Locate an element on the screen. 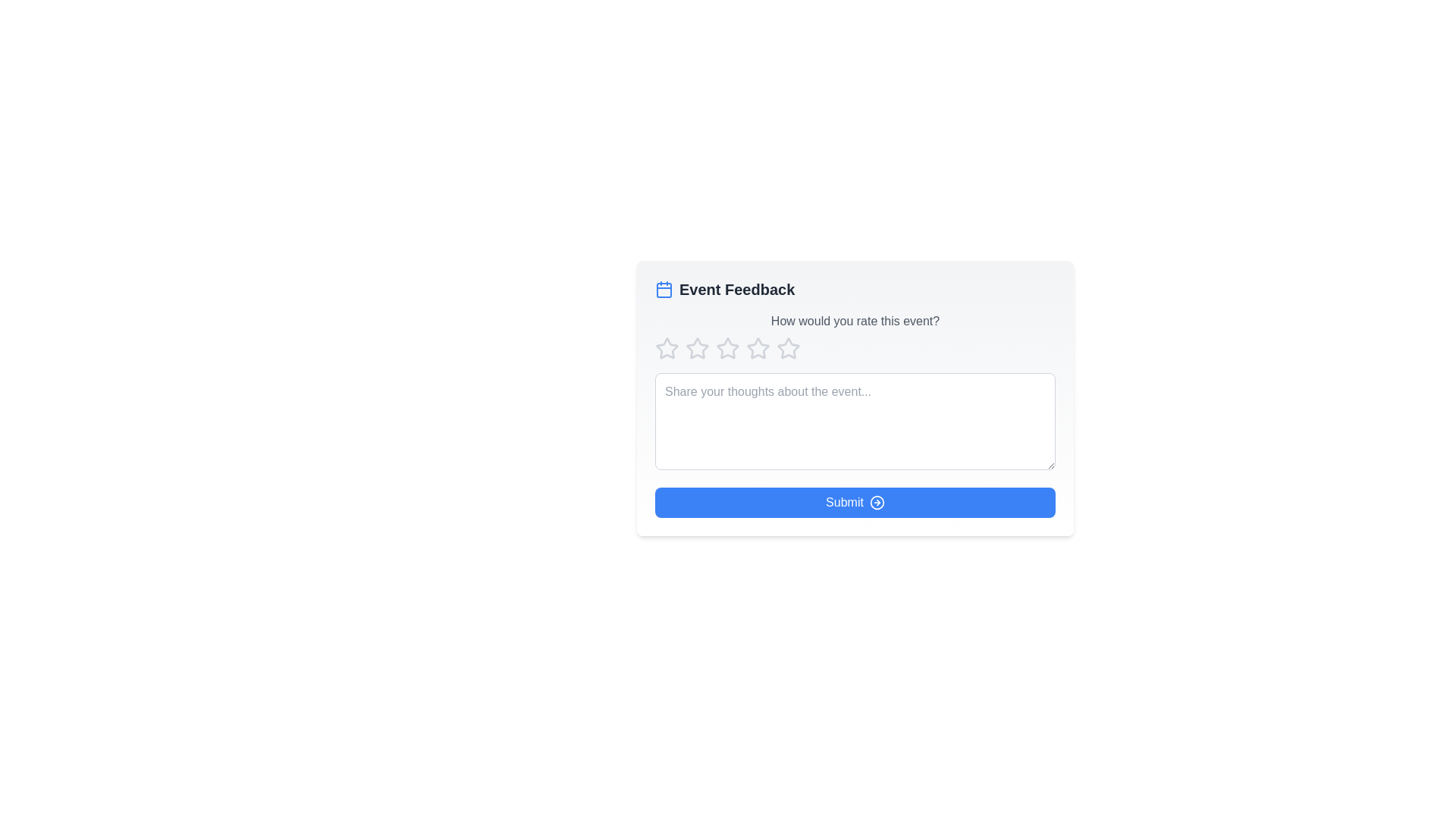  the second star icon in the rating section of the 'Event Feedback' interface is located at coordinates (728, 348).